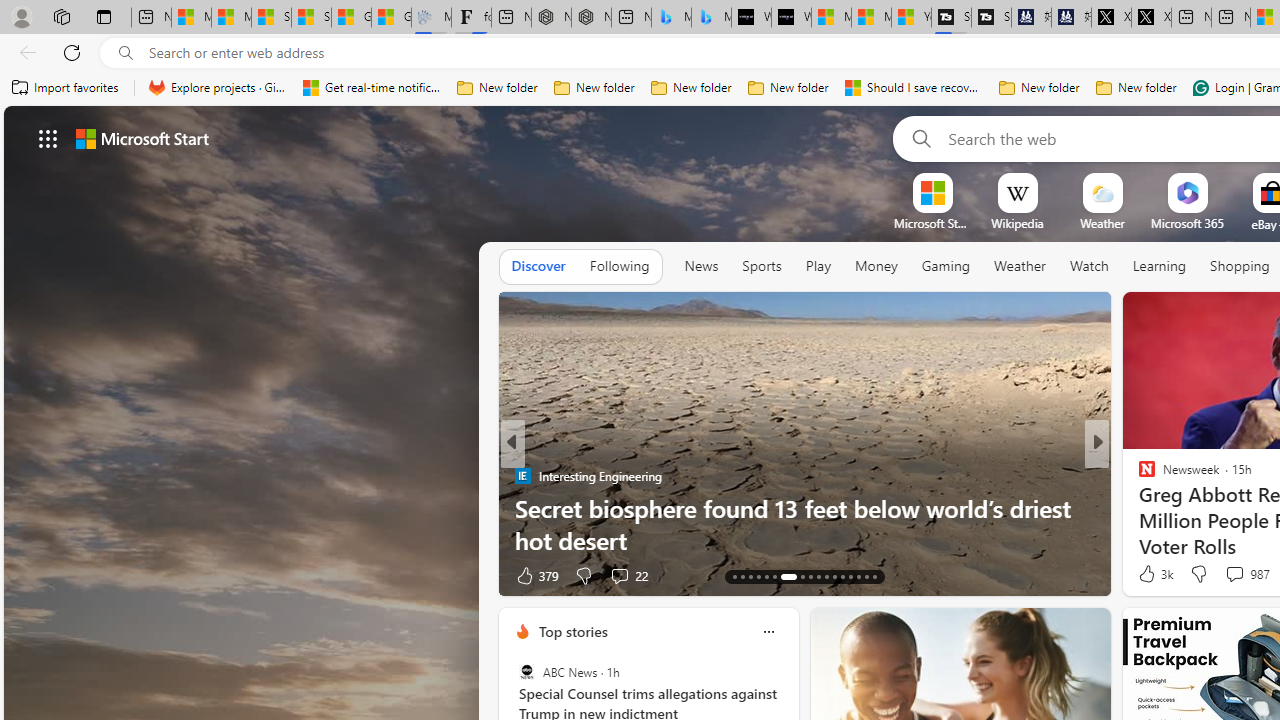  What do you see at coordinates (141, 137) in the screenshot?
I see `'Microsoft start'` at bounding box center [141, 137].